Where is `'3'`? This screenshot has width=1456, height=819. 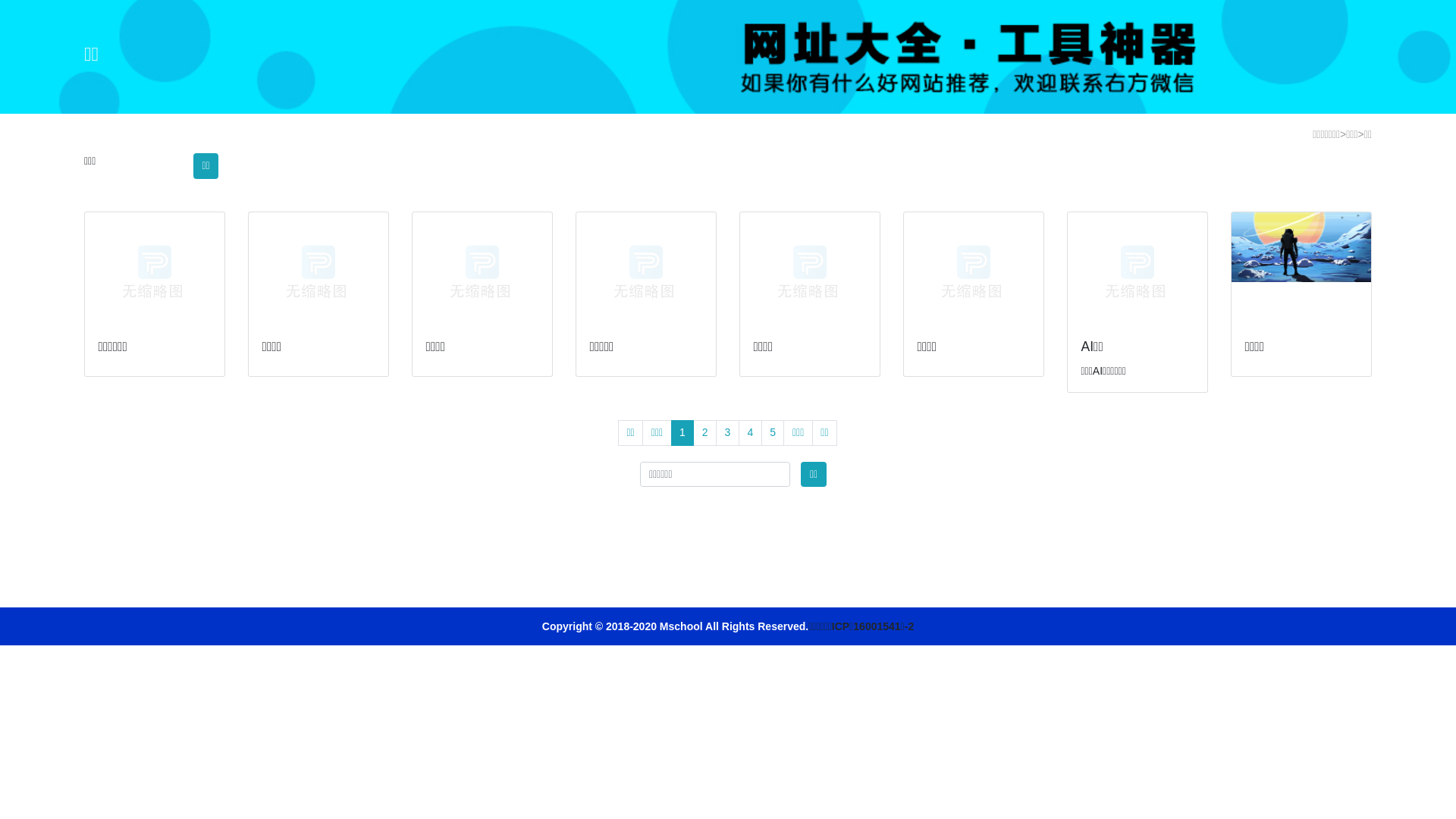
'3' is located at coordinates (715, 432).